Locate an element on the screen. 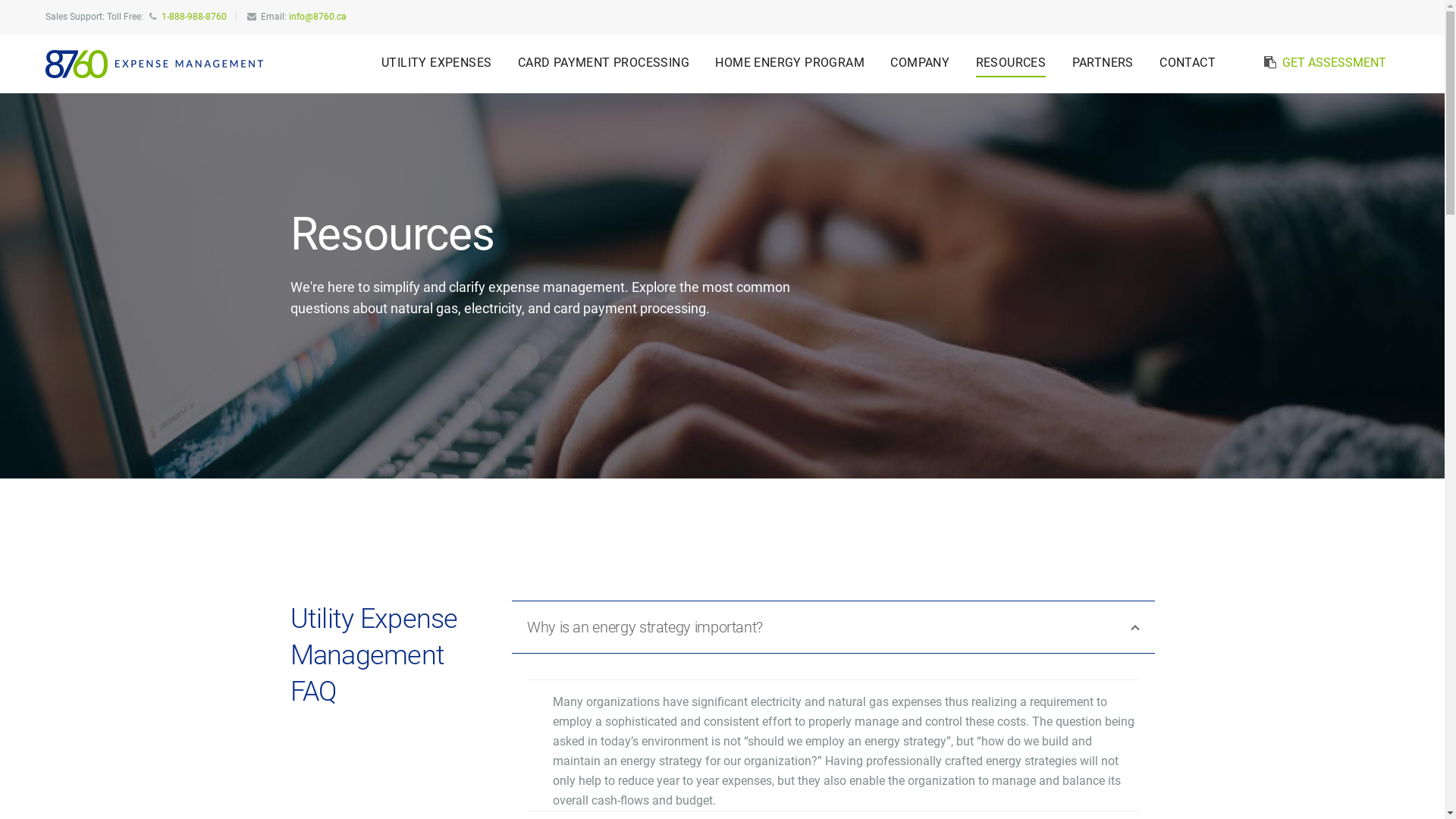  '1-888-988-8760' is located at coordinates (193, 17).